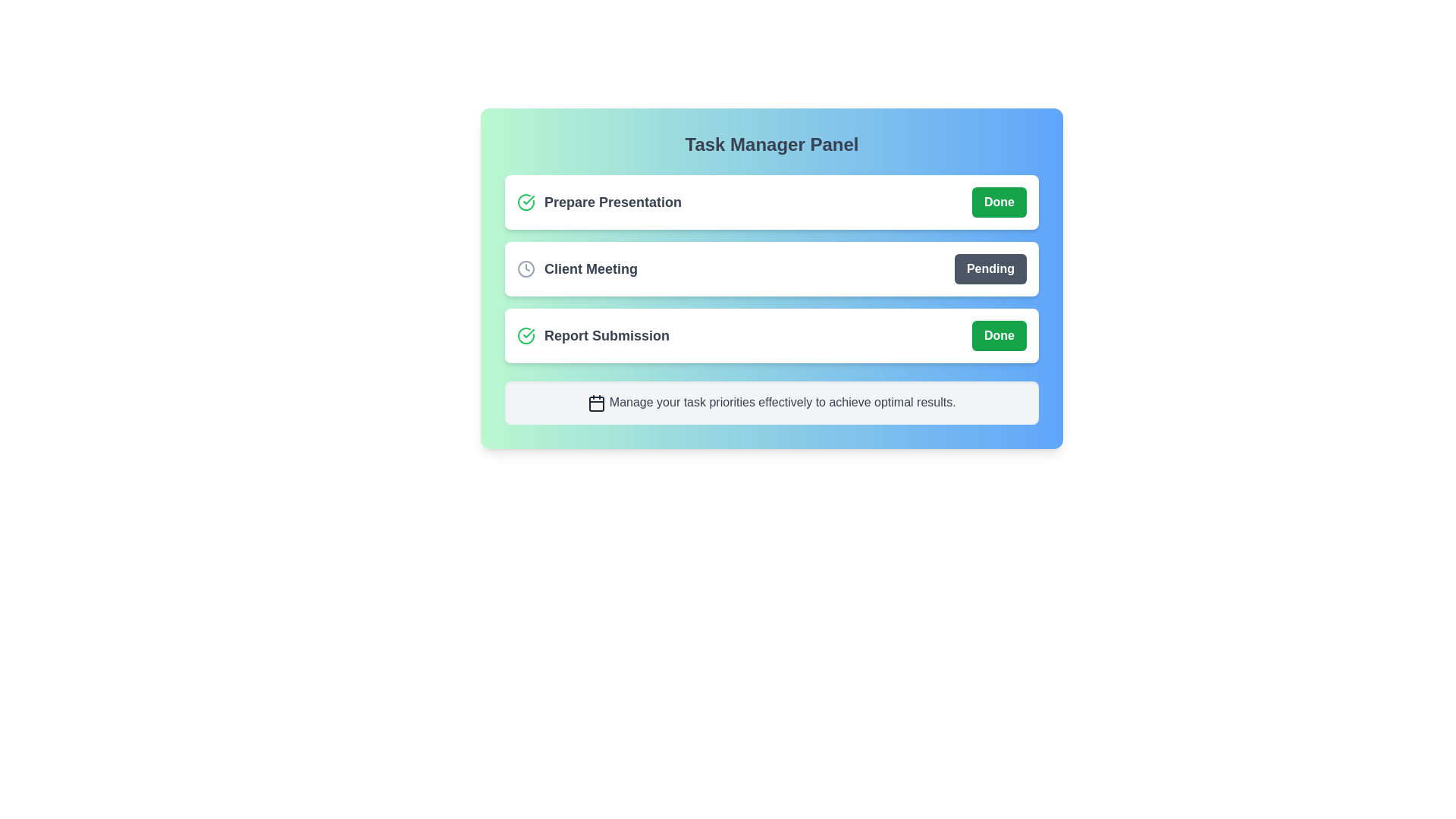  What do you see at coordinates (999, 335) in the screenshot?
I see `the button corresponding to the task Report Submission to toggle its status` at bounding box center [999, 335].